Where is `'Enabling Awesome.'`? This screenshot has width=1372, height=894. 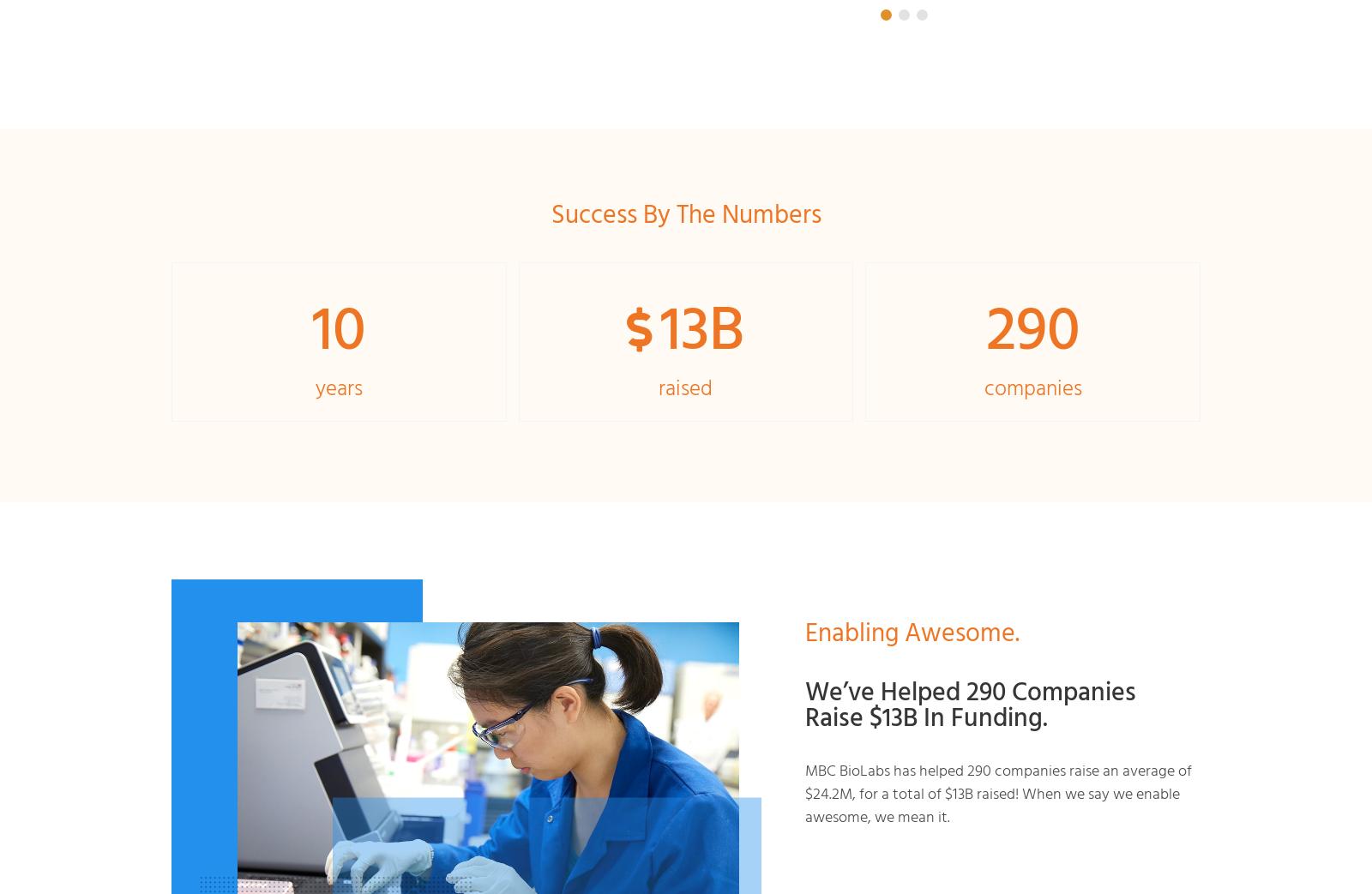 'Enabling Awesome.' is located at coordinates (912, 633).